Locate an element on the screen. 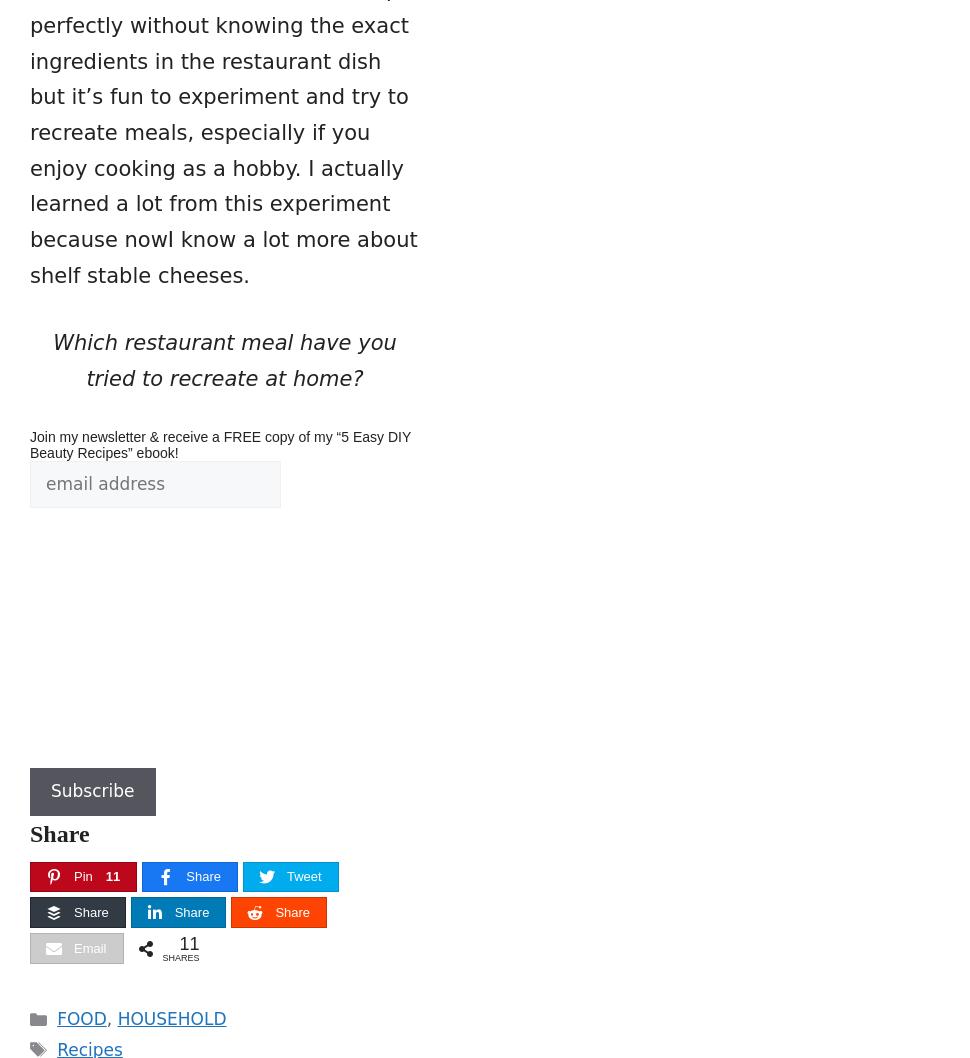 The image size is (970, 1058). 'HOUSEHOLD' is located at coordinates (116, 1017).